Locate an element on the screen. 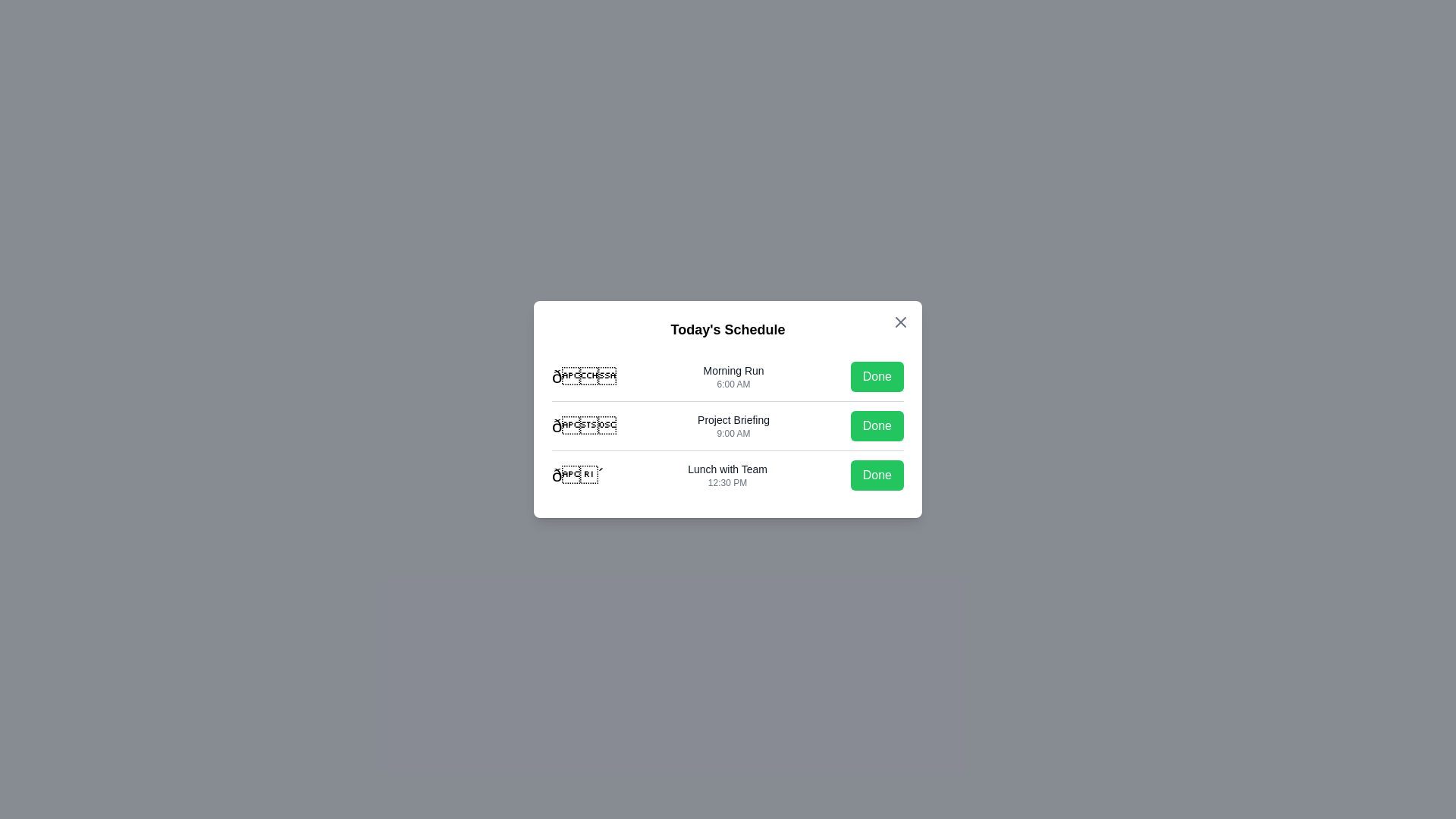 This screenshot has height=819, width=1456. 'Done' button for the task 'Morning Run' is located at coordinates (877, 376).